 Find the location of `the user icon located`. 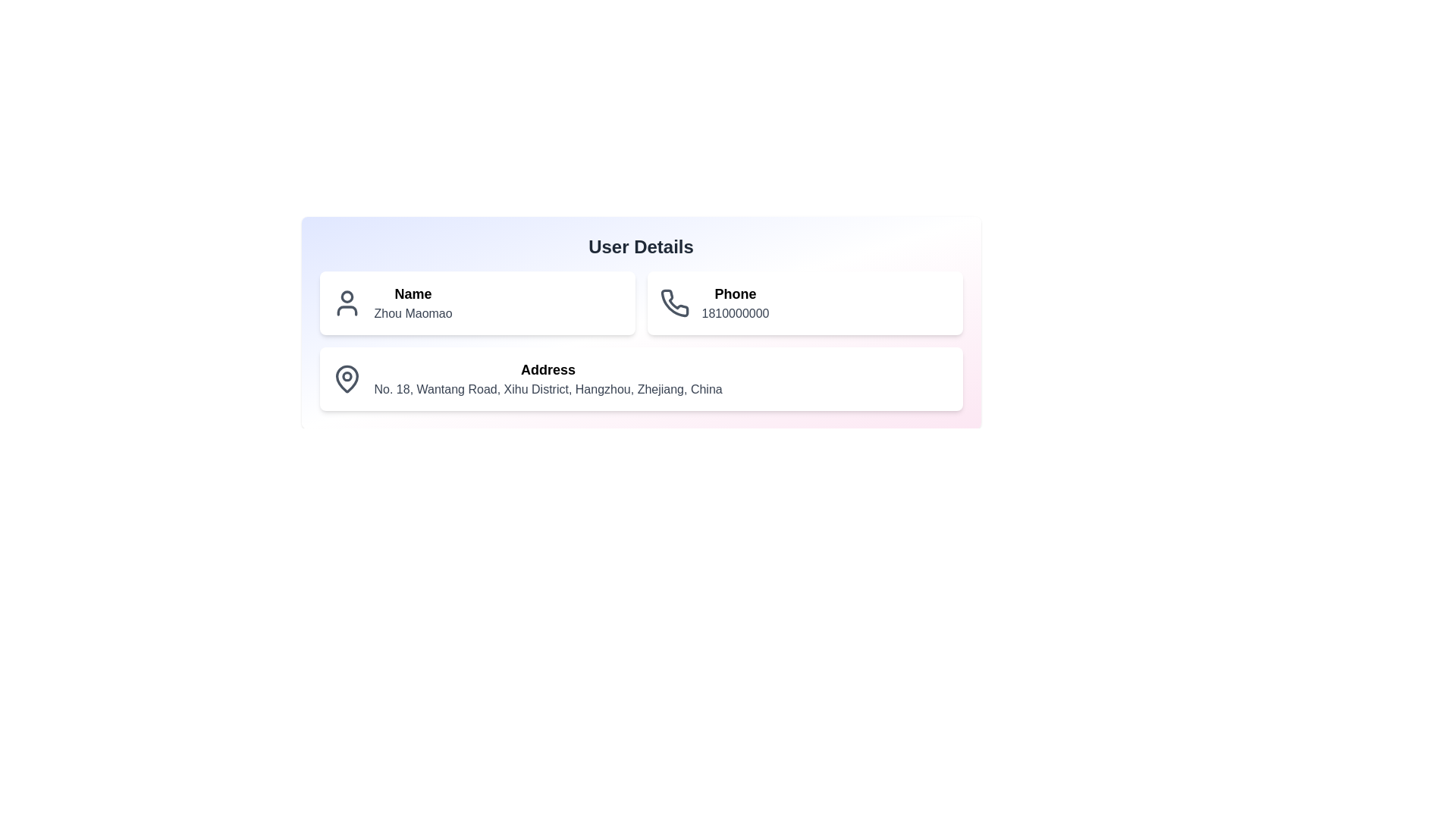

the user icon located is located at coordinates (346, 303).